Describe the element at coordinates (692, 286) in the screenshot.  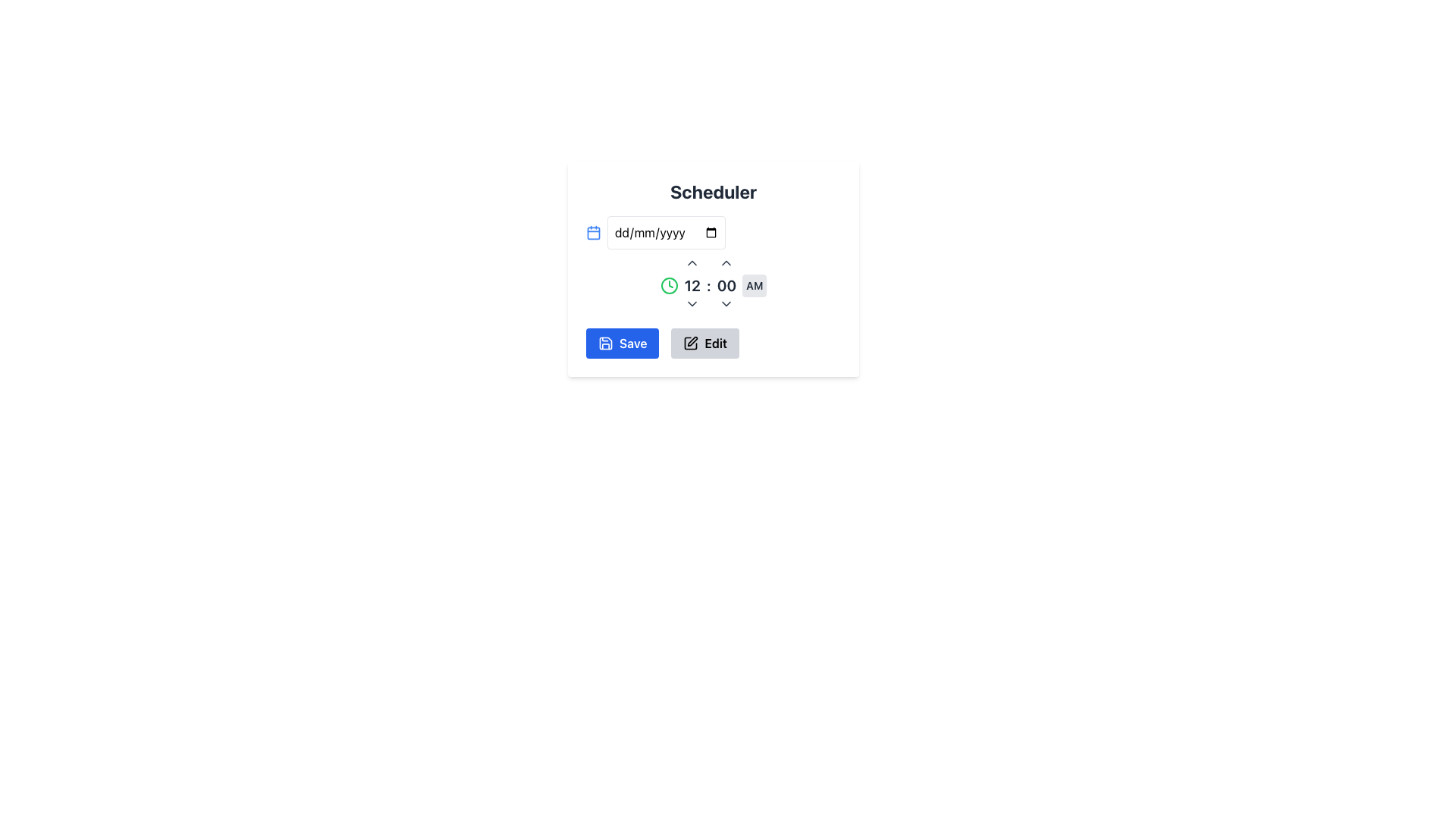
I see `value displayed in the bold '12' label, which is part of the time selection interface for selecting a time` at that location.